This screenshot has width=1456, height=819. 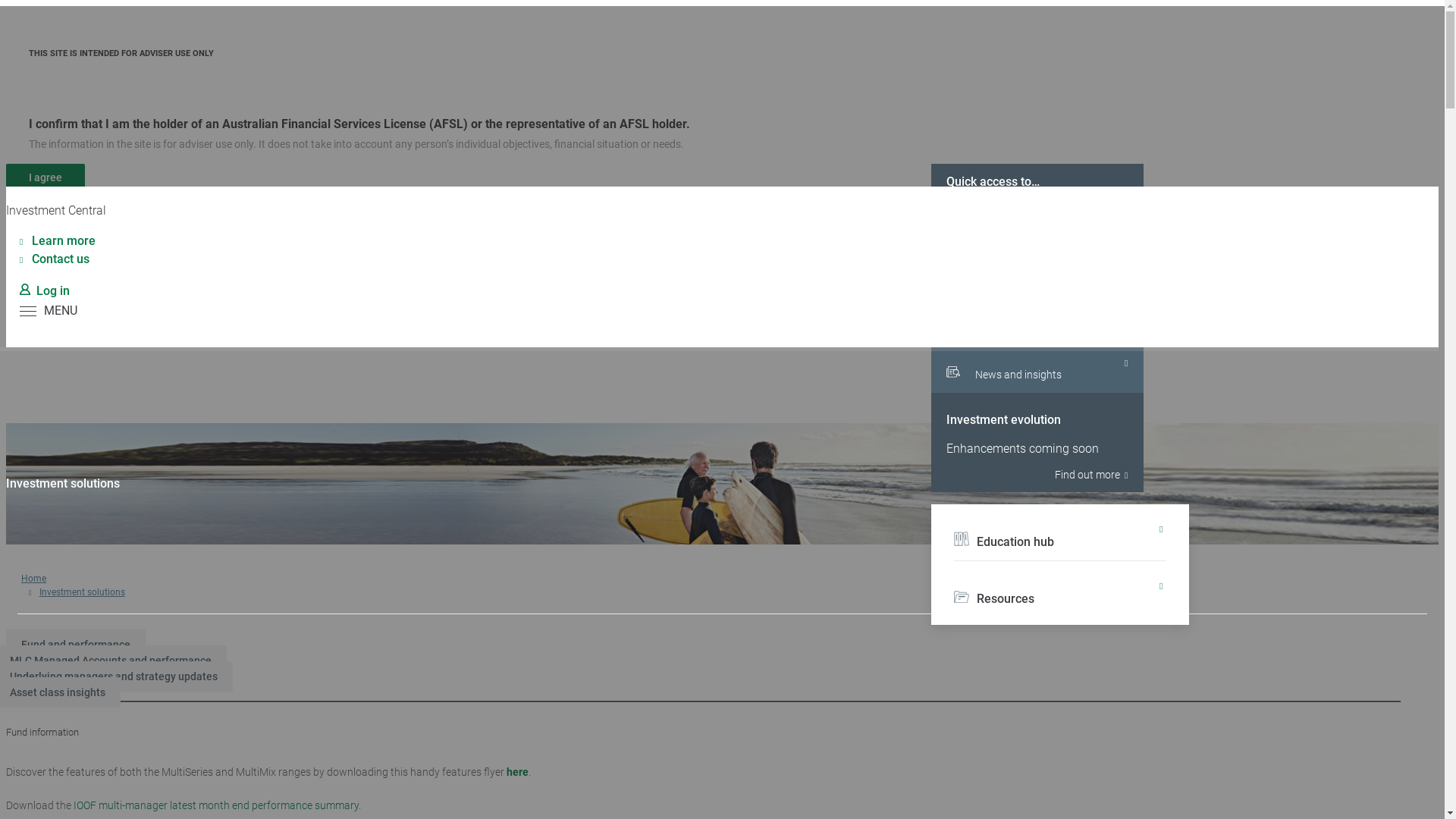 I want to click on 'Investment dashboard', so click(x=1037, y=320).